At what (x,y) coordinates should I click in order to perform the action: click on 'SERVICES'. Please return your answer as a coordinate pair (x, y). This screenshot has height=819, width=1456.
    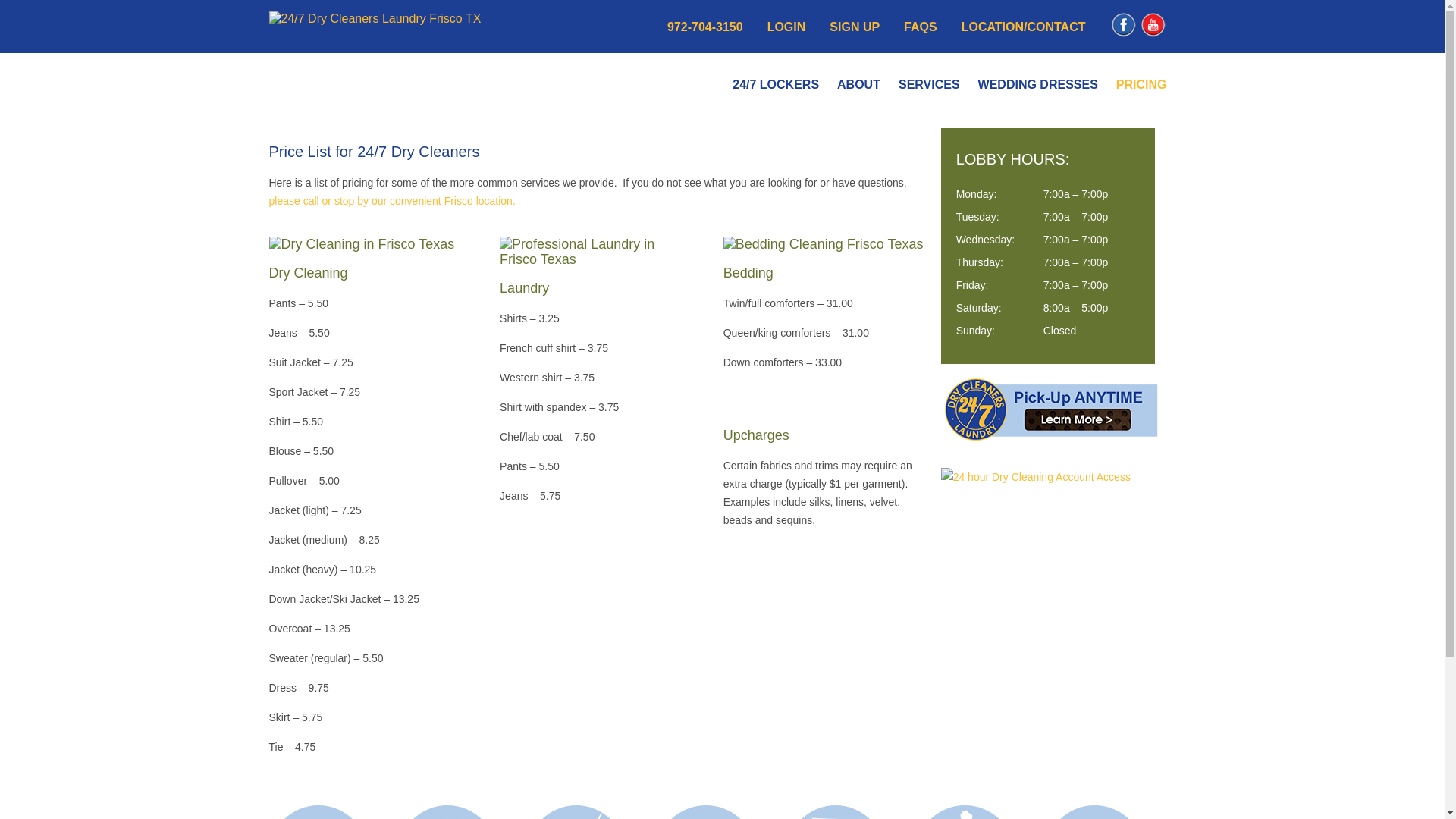
    Looking at the image, I should click on (928, 84).